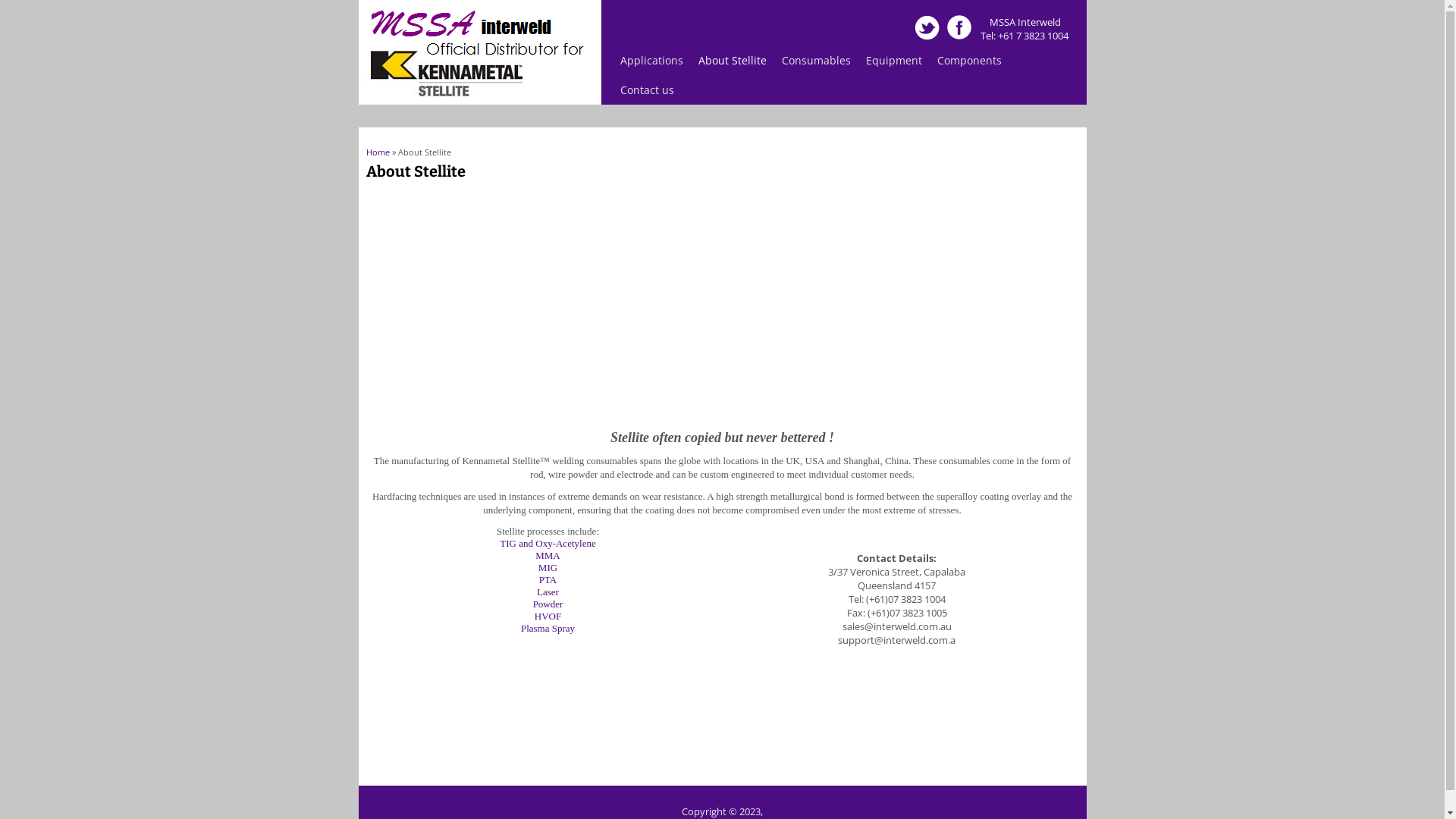  I want to click on 'Components', so click(968, 59).